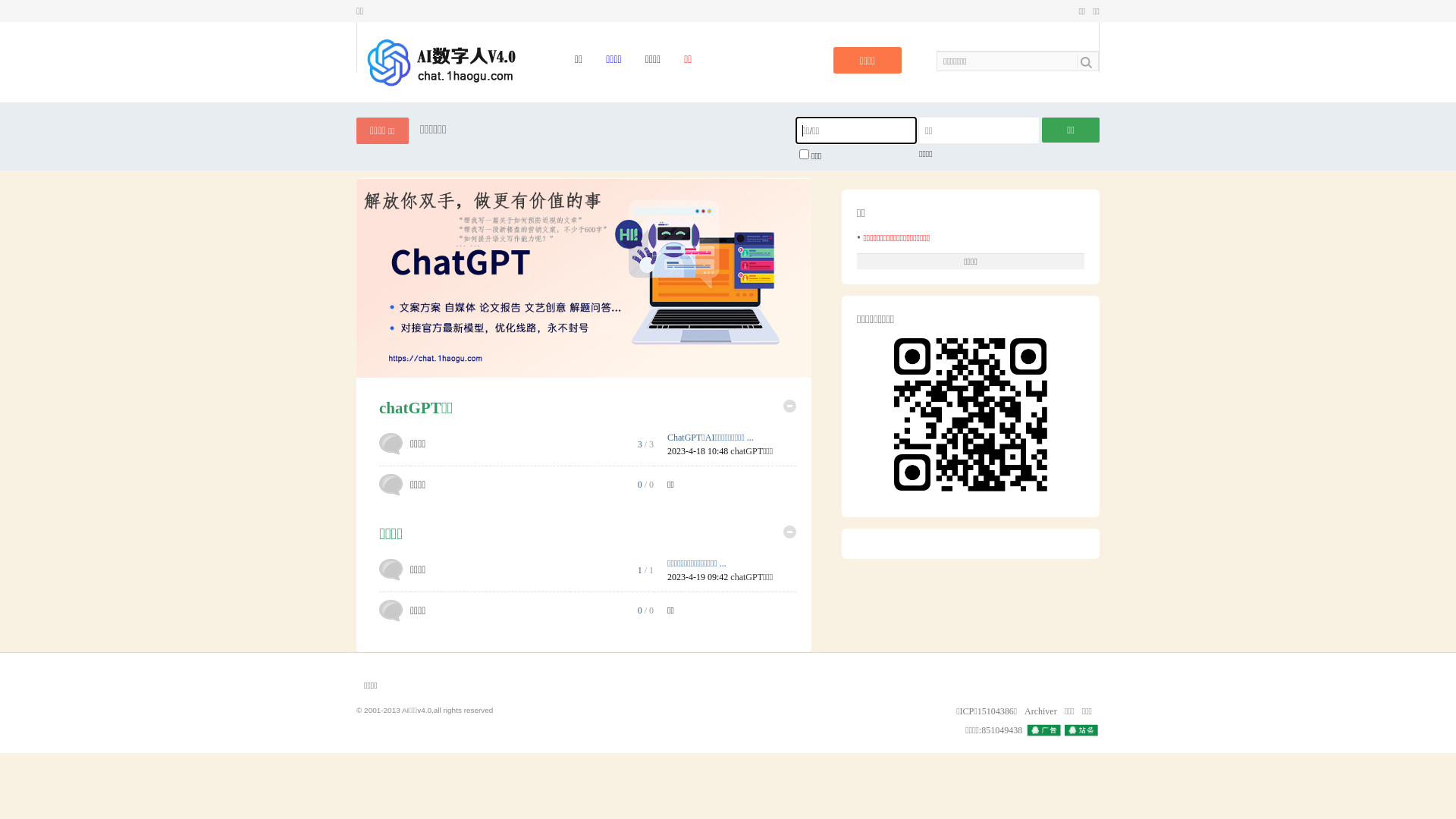 This screenshot has width=1456, height=819. I want to click on 'Archiver', so click(1024, 711).